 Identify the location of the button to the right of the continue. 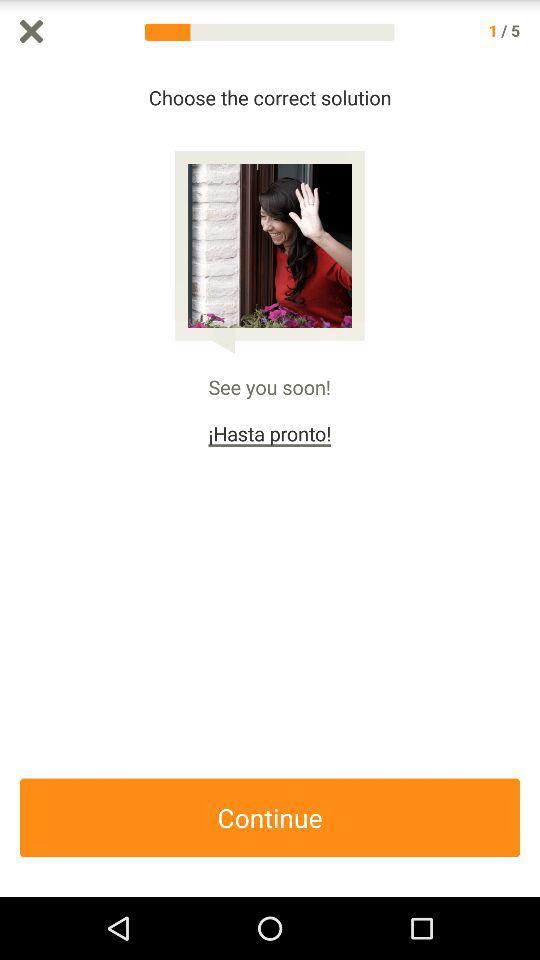
(530, 480).